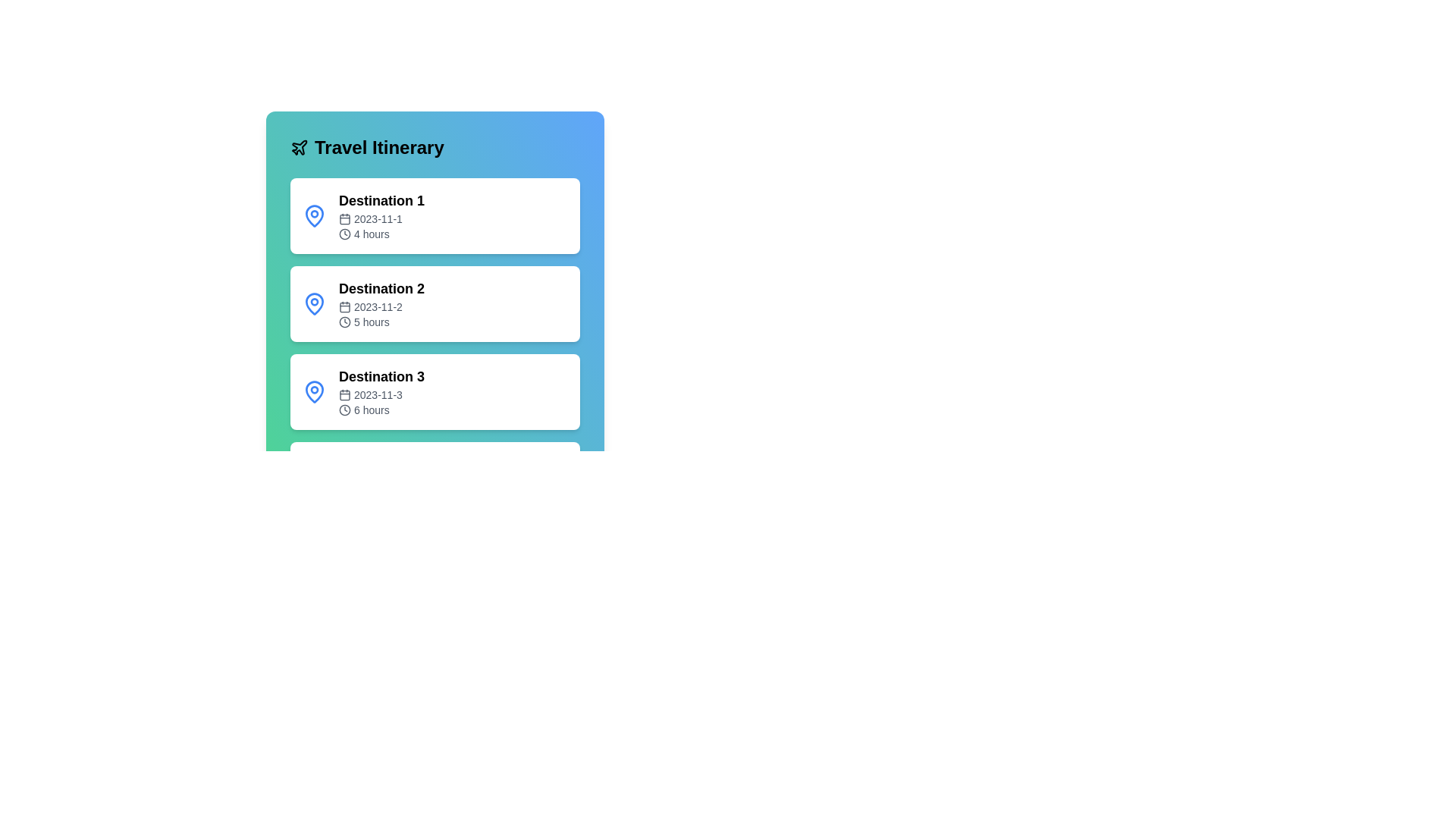  What do you see at coordinates (381, 304) in the screenshot?
I see `the informational text block containing 'Destination 2', '2023-11-2', and '5 hours', styled with bold font for the title and smaller gray text for the date and duration details` at bounding box center [381, 304].